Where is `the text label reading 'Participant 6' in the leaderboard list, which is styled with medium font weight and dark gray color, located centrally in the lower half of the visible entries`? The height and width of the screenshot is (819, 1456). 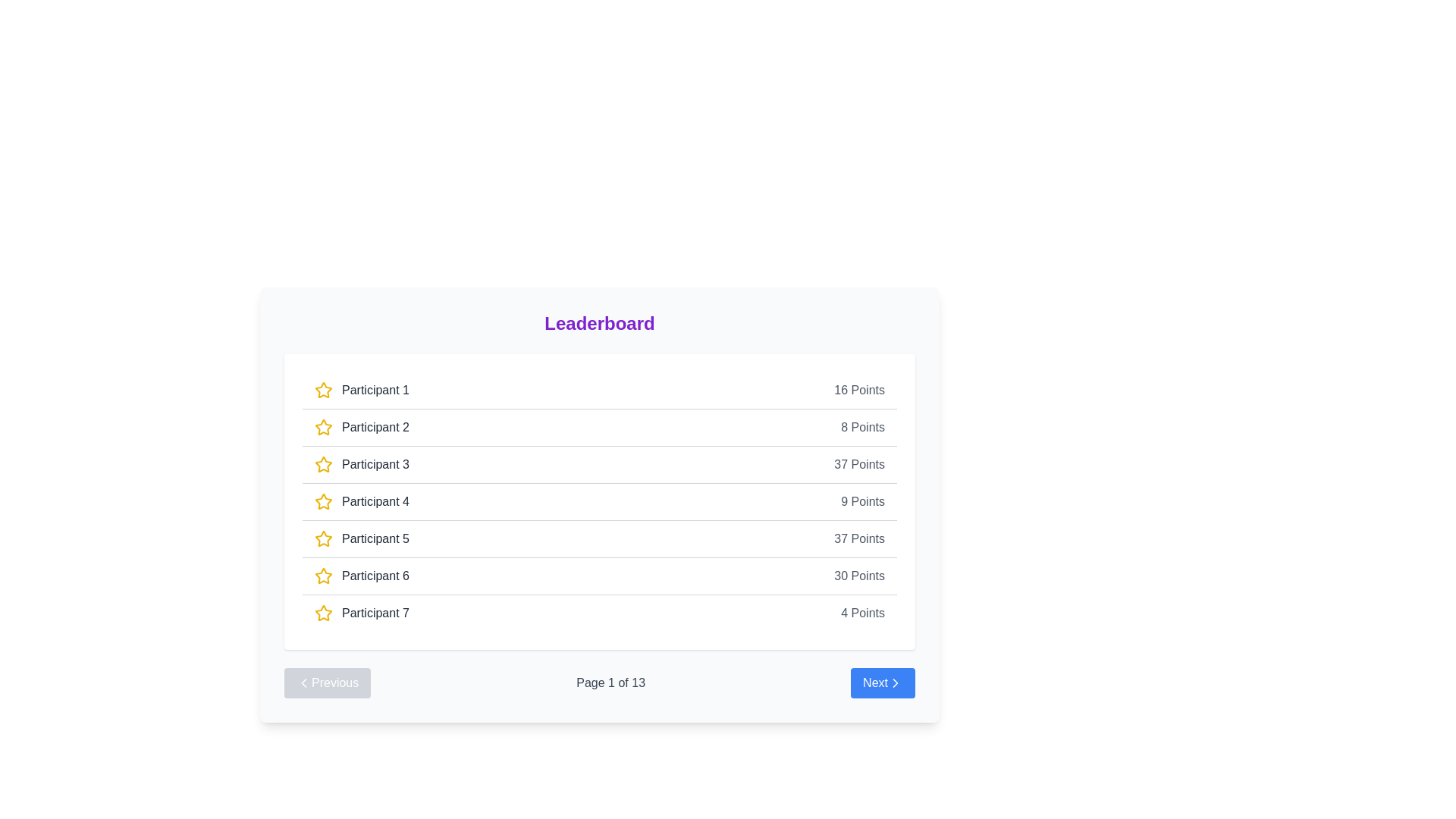
the text label reading 'Participant 6' in the leaderboard list, which is styled with medium font weight and dark gray color, located centrally in the lower half of the visible entries is located at coordinates (375, 576).